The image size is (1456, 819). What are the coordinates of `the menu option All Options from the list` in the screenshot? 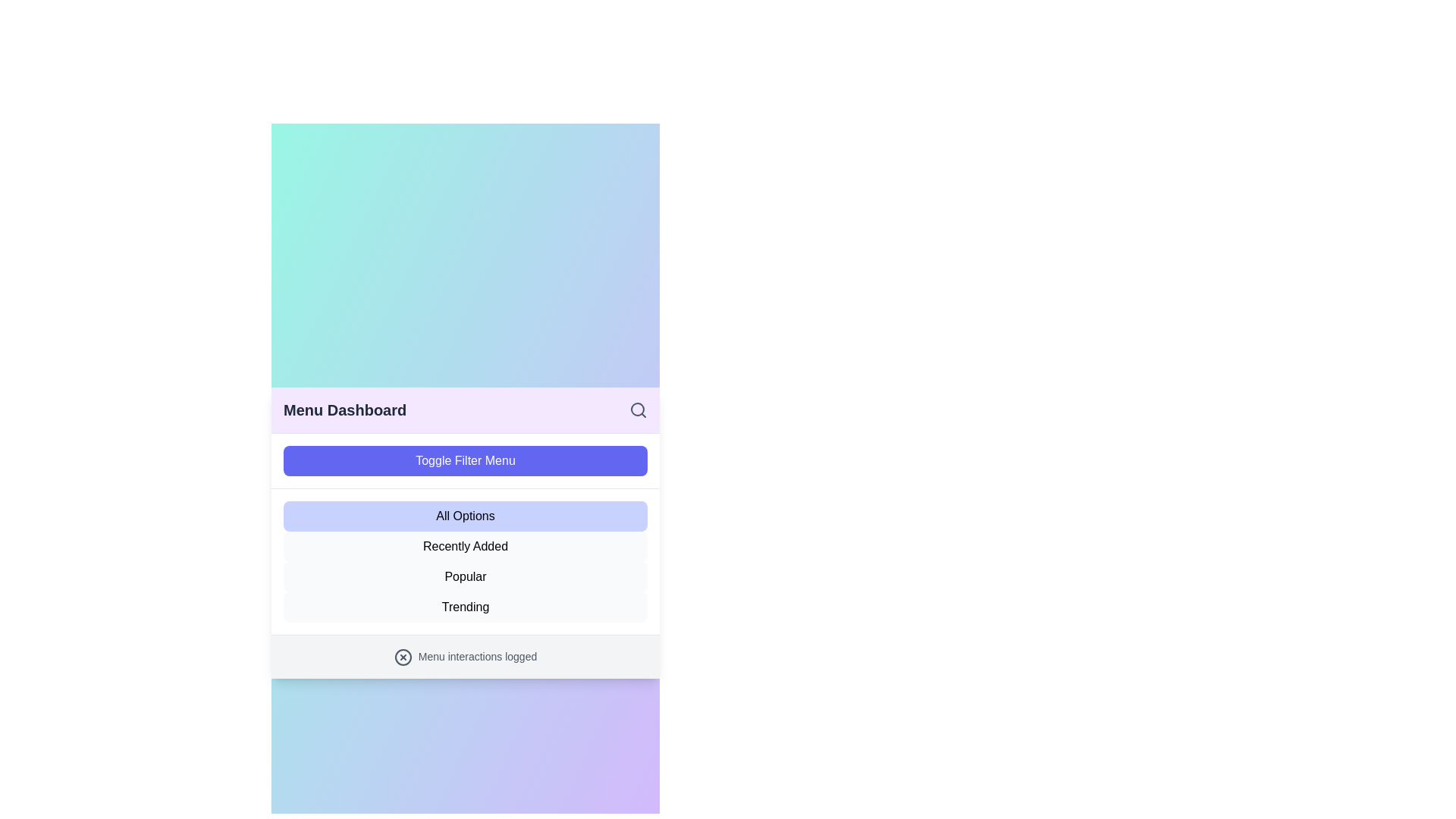 It's located at (465, 516).